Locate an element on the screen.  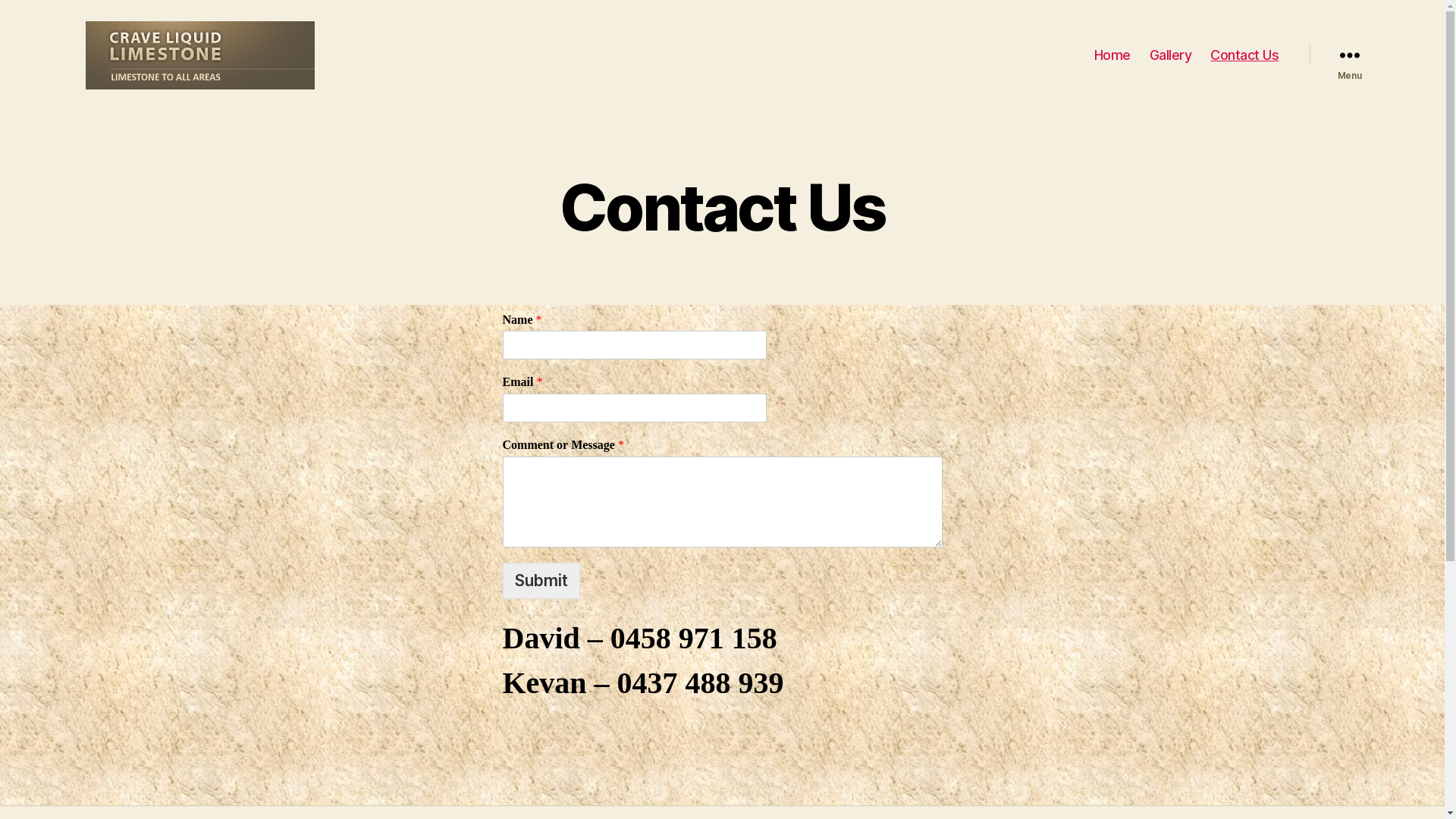
'Gallery' is located at coordinates (1170, 55).